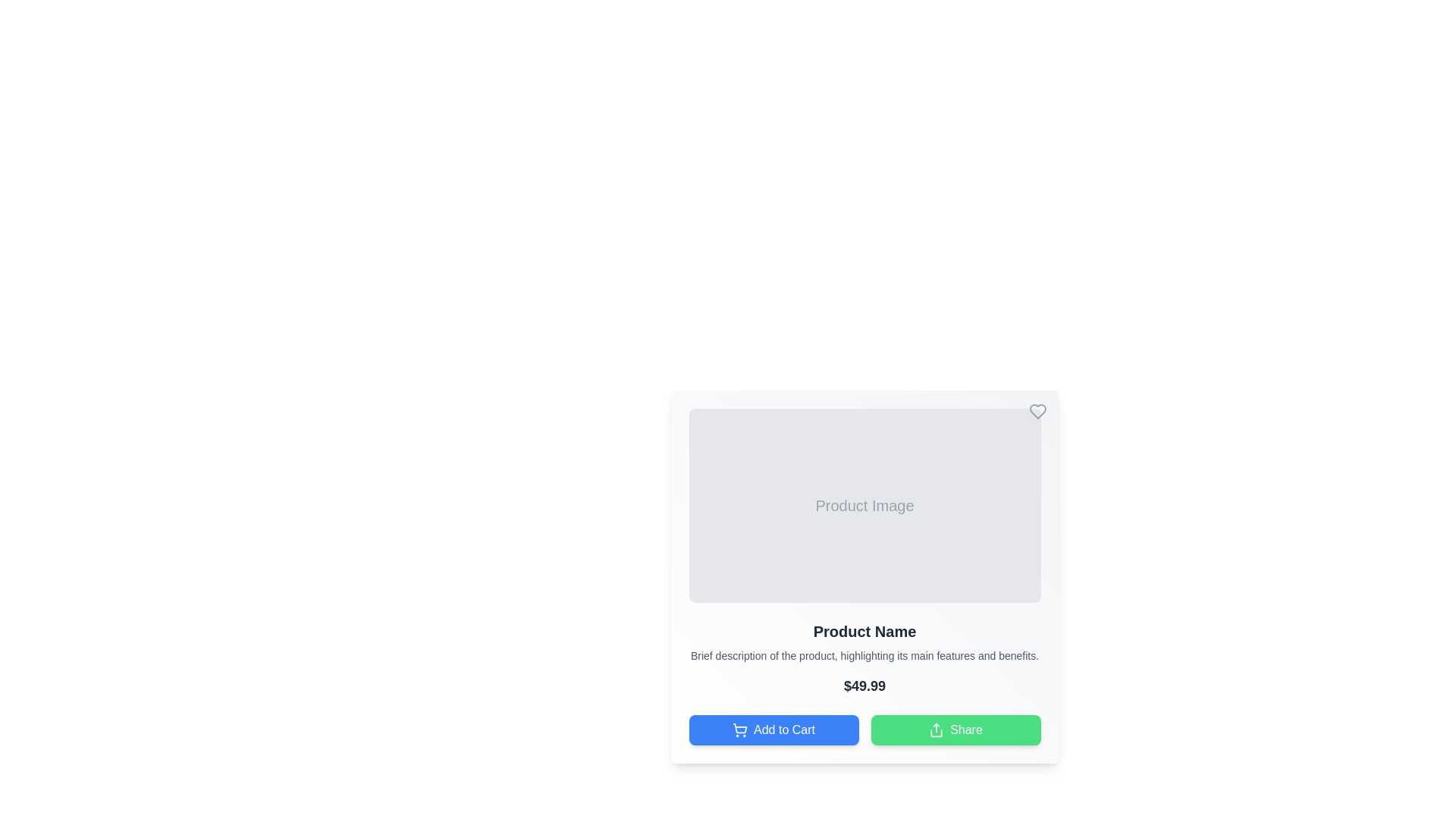  I want to click on the bold, large dark gray text label that indicates the name of a product, positioned centrally below the product image placeholder in the card layout, so click(864, 632).